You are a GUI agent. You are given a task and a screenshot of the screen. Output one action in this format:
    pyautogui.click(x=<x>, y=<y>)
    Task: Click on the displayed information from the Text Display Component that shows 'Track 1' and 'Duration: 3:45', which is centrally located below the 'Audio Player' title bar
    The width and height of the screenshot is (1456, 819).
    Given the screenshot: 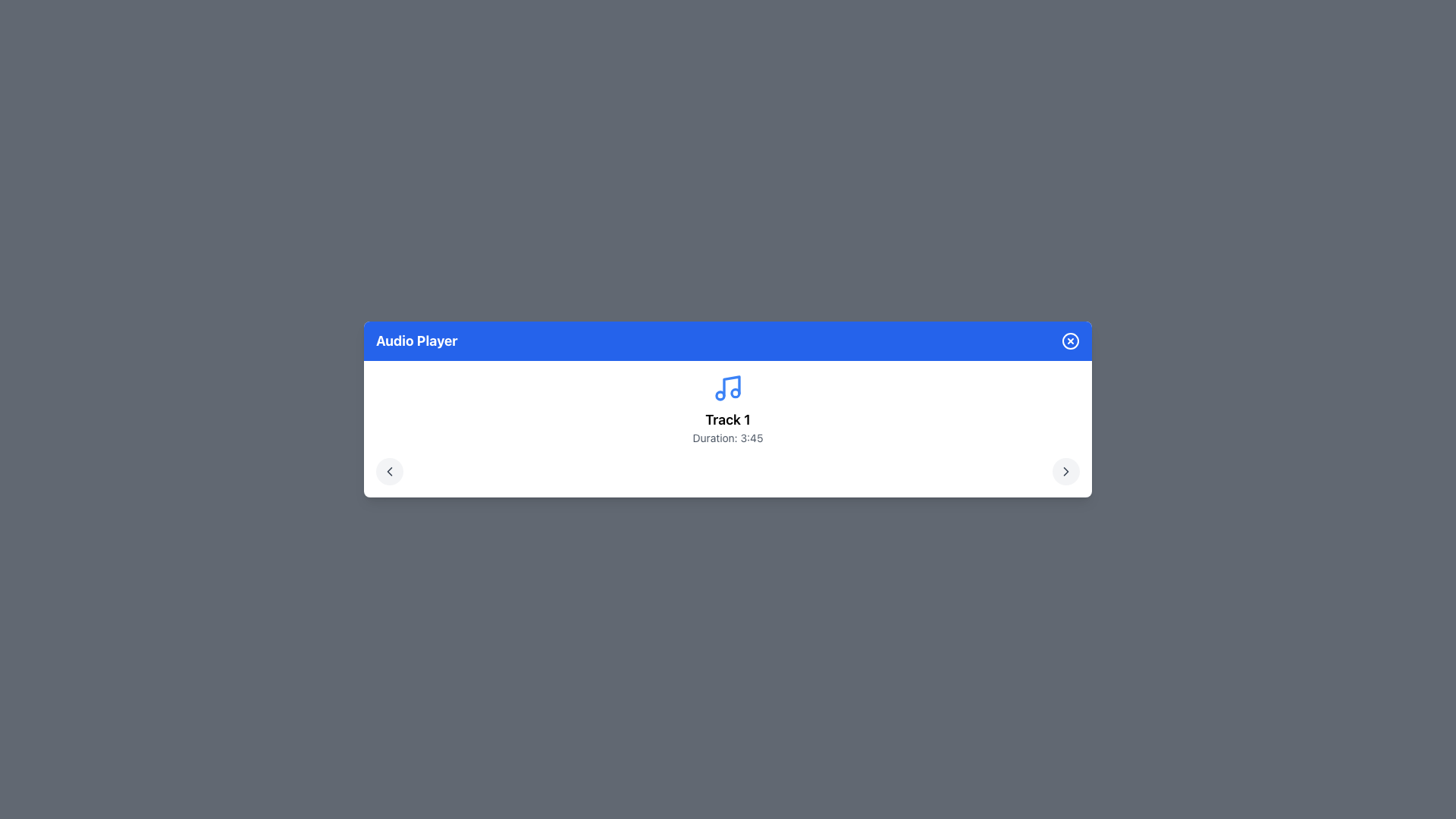 What is the action you would take?
    pyautogui.click(x=728, y=427)
    